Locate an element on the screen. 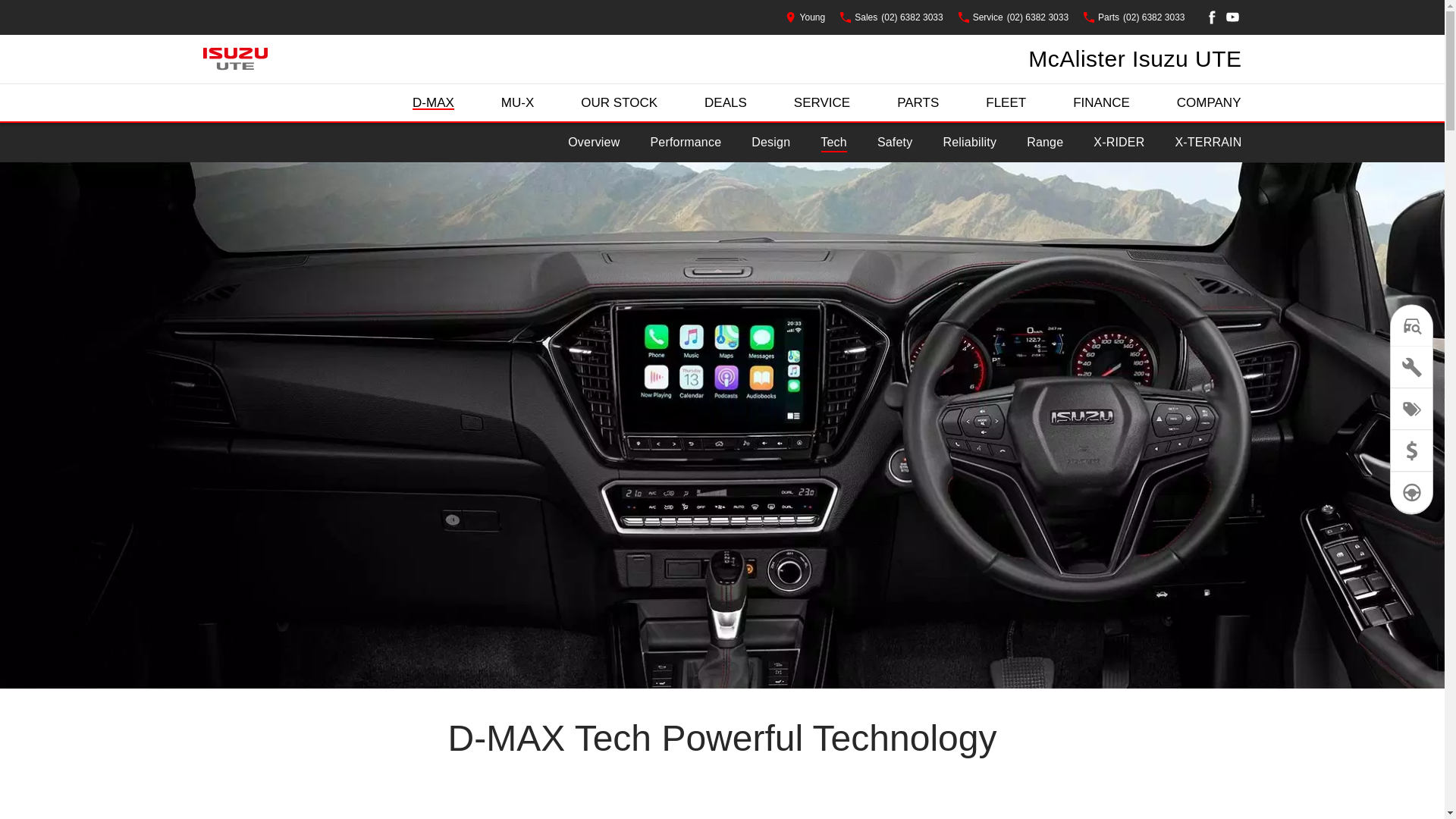 The image size is (1456, 819). 'Range' is located at coordinates (1043, 143).